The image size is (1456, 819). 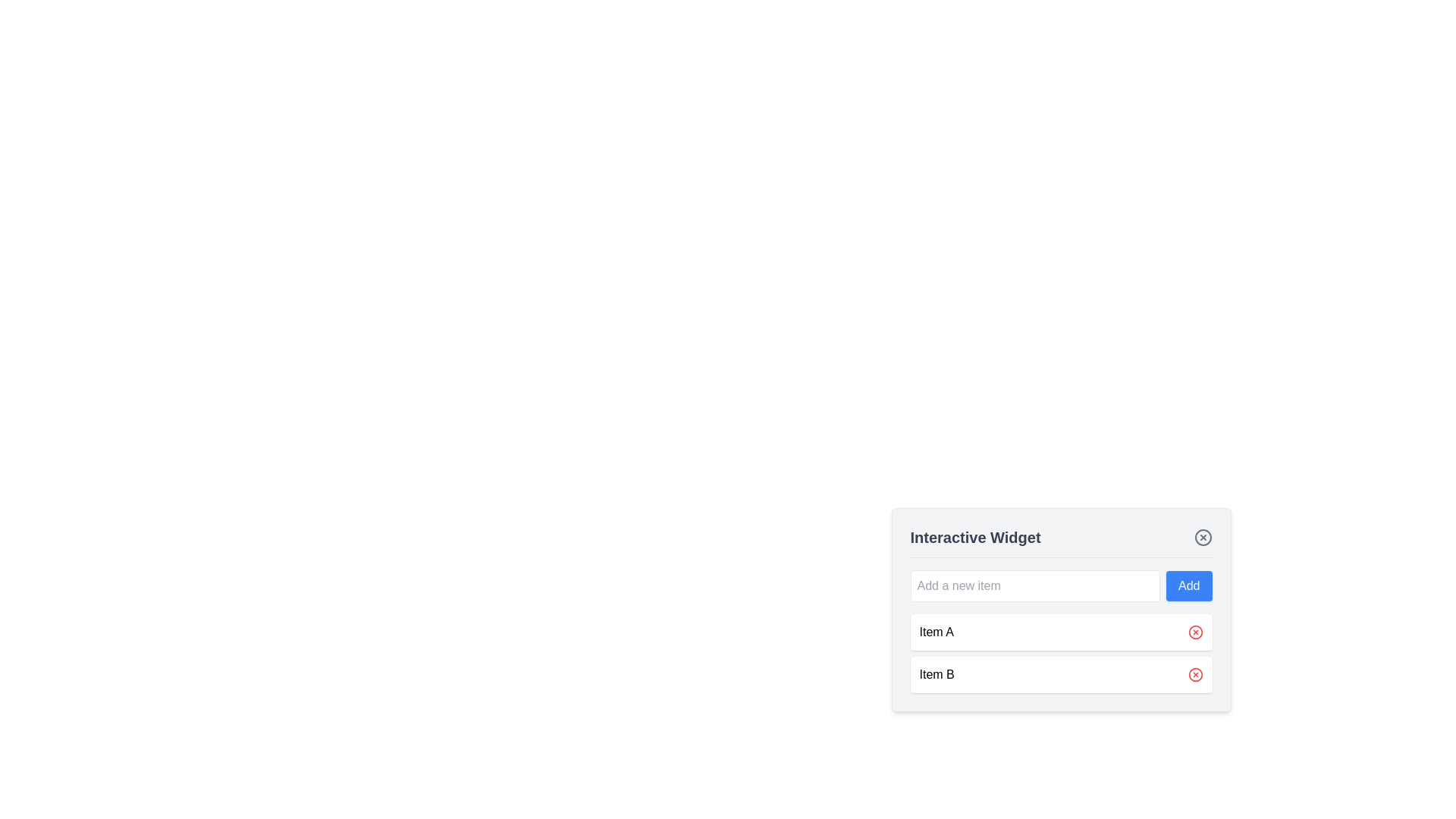 What do you see at coordinates (975, 537) in the screenshot?
I see `the 'Interactive Widget' text label, which is a bold, larger-sized grayish text positioned at the top-left corner of a panel in the widget interface` at bounding box center [975, 537].